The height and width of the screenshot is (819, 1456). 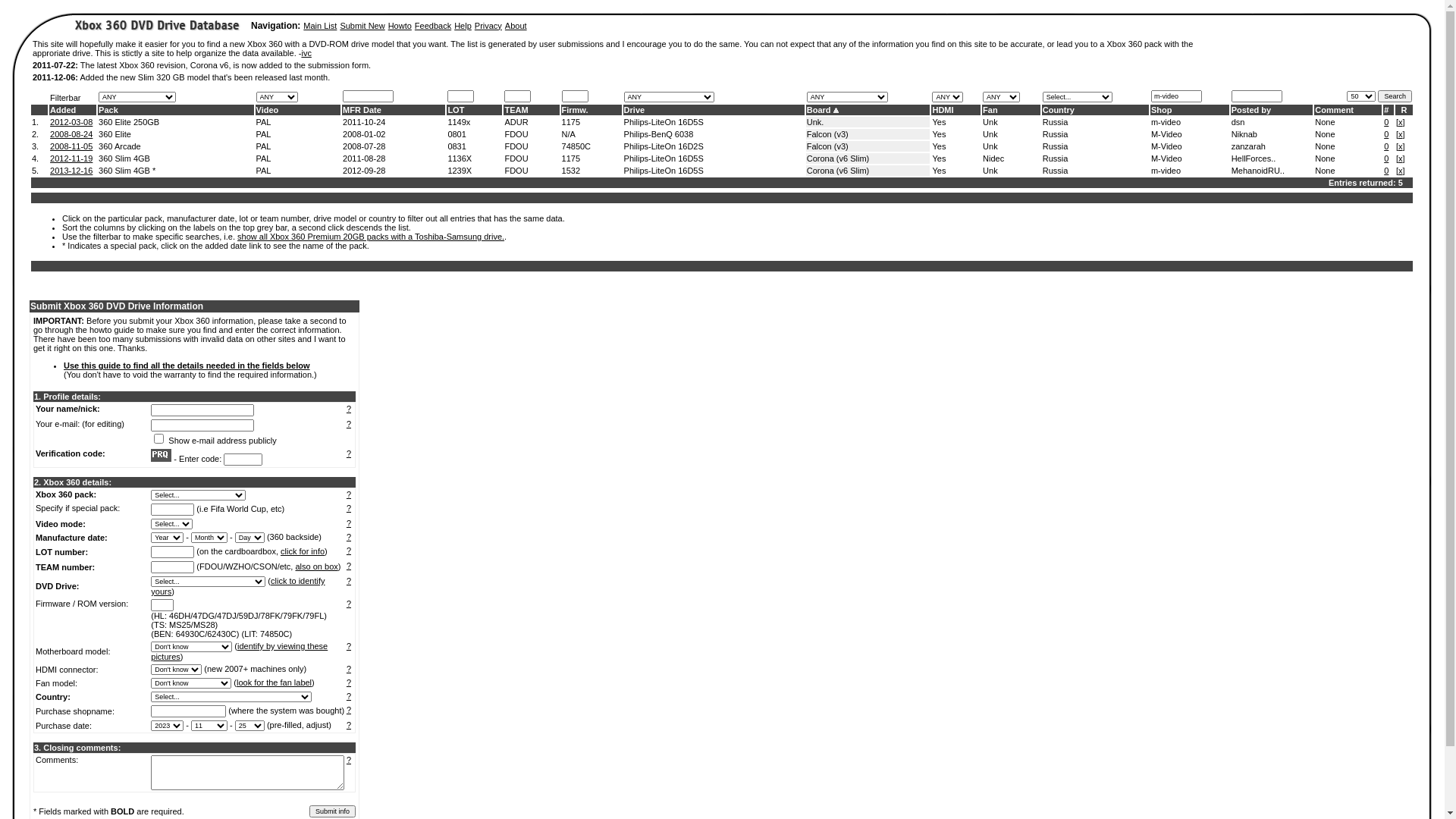 I want to click on '1149x', so click(x=457, y=121).